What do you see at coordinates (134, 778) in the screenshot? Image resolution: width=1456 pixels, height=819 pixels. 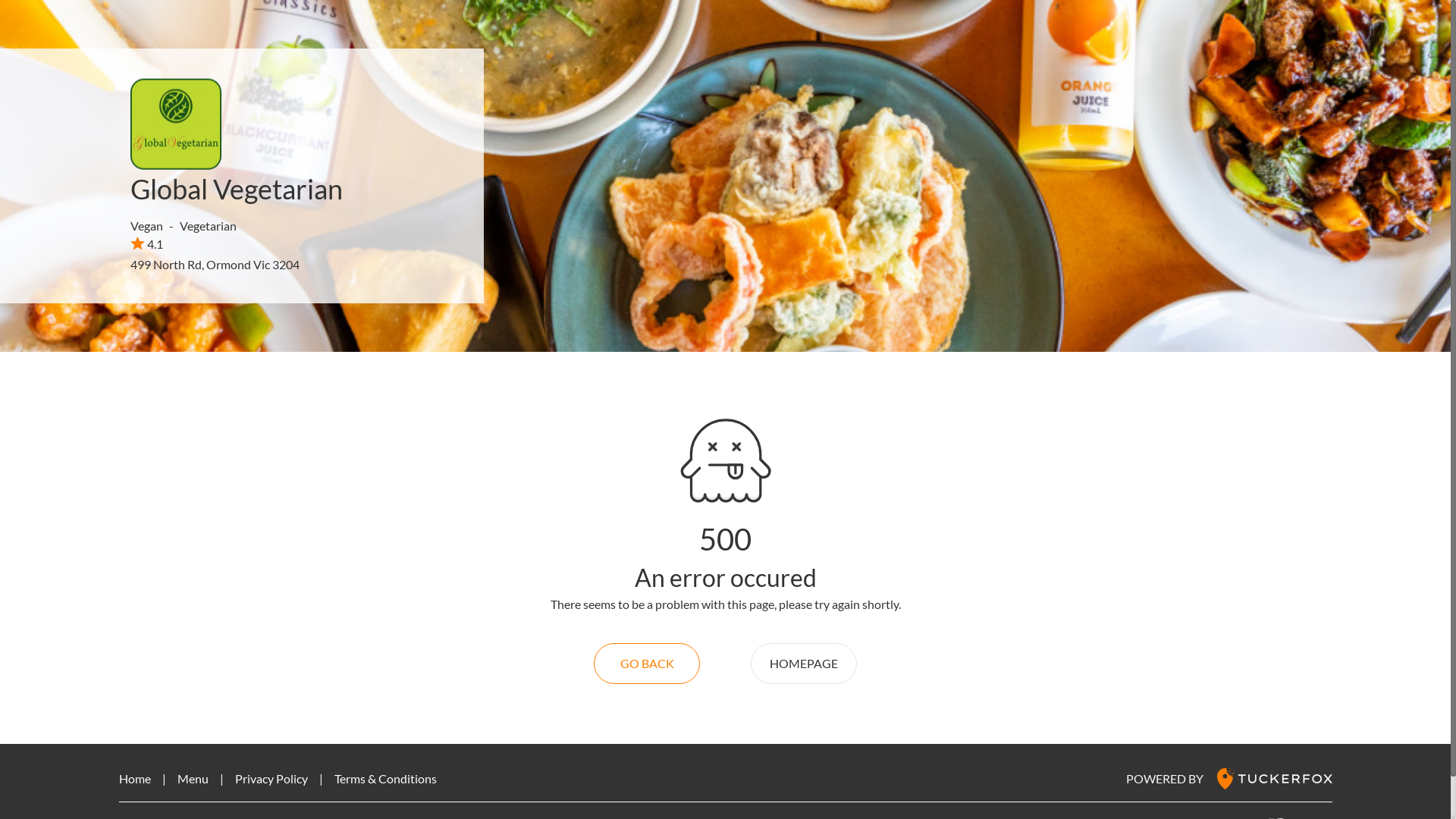 I see `'Home'` at bounding box center [134, 778].